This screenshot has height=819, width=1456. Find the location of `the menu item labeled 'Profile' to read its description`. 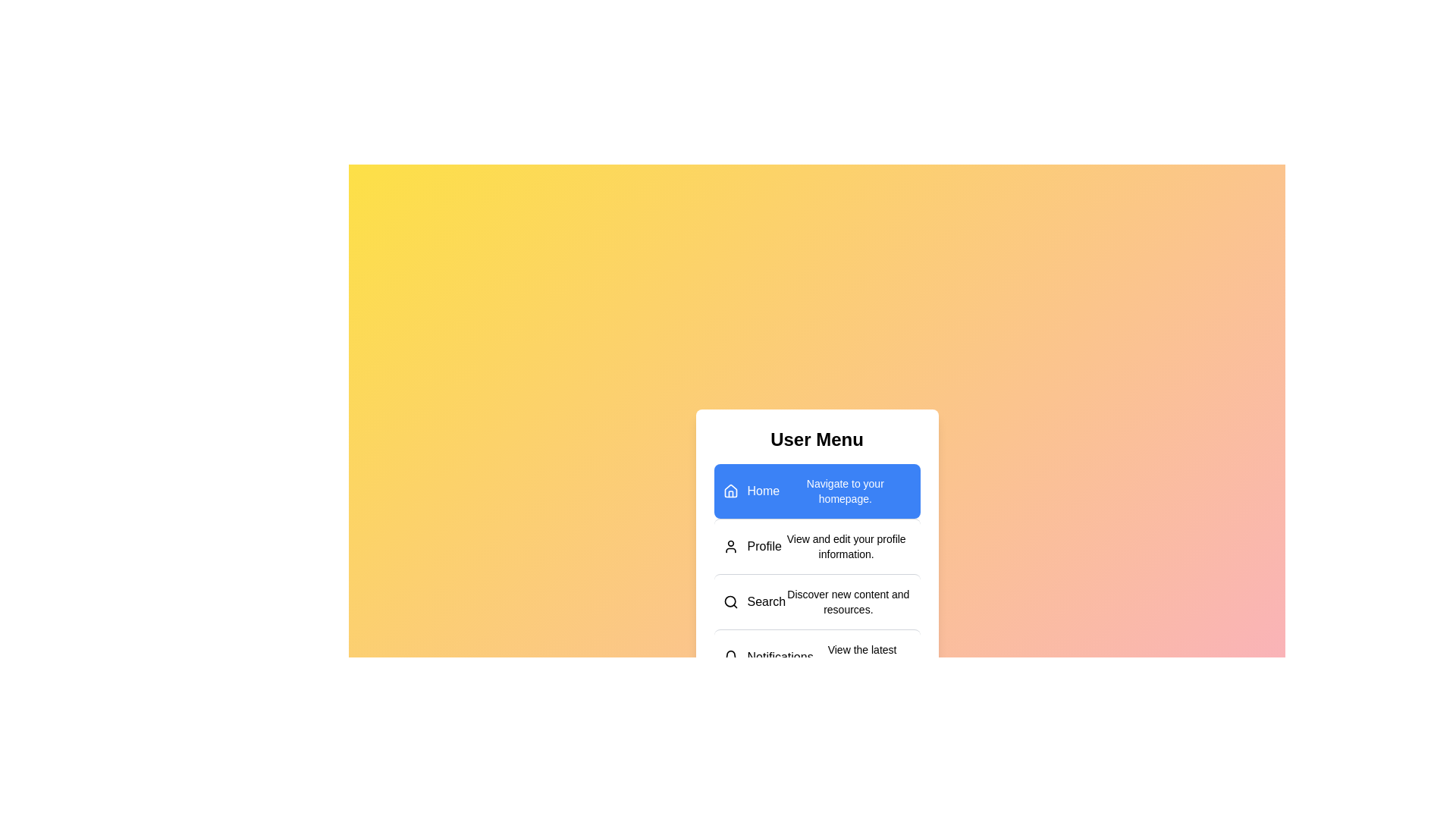

the menu item labeled 'Profile' to read its description is located at coordinates (816, 546).